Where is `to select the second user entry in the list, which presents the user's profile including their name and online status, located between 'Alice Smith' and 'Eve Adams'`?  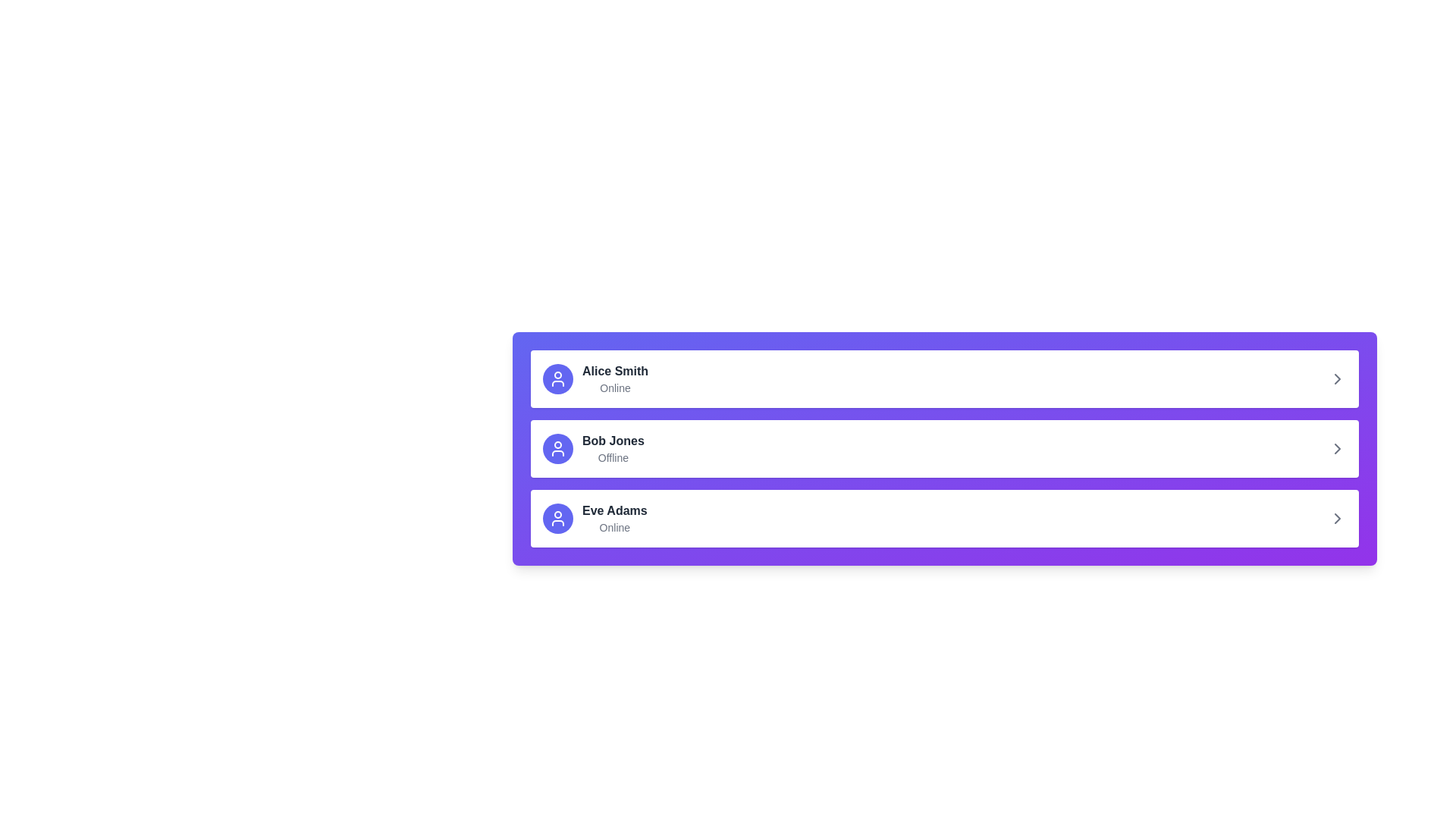 to select the second user entry in the list, which presents the user's profile including their name and online status, located between 'Alice Smith' and 'Eve Adams' is located at coordinates (592, 447).